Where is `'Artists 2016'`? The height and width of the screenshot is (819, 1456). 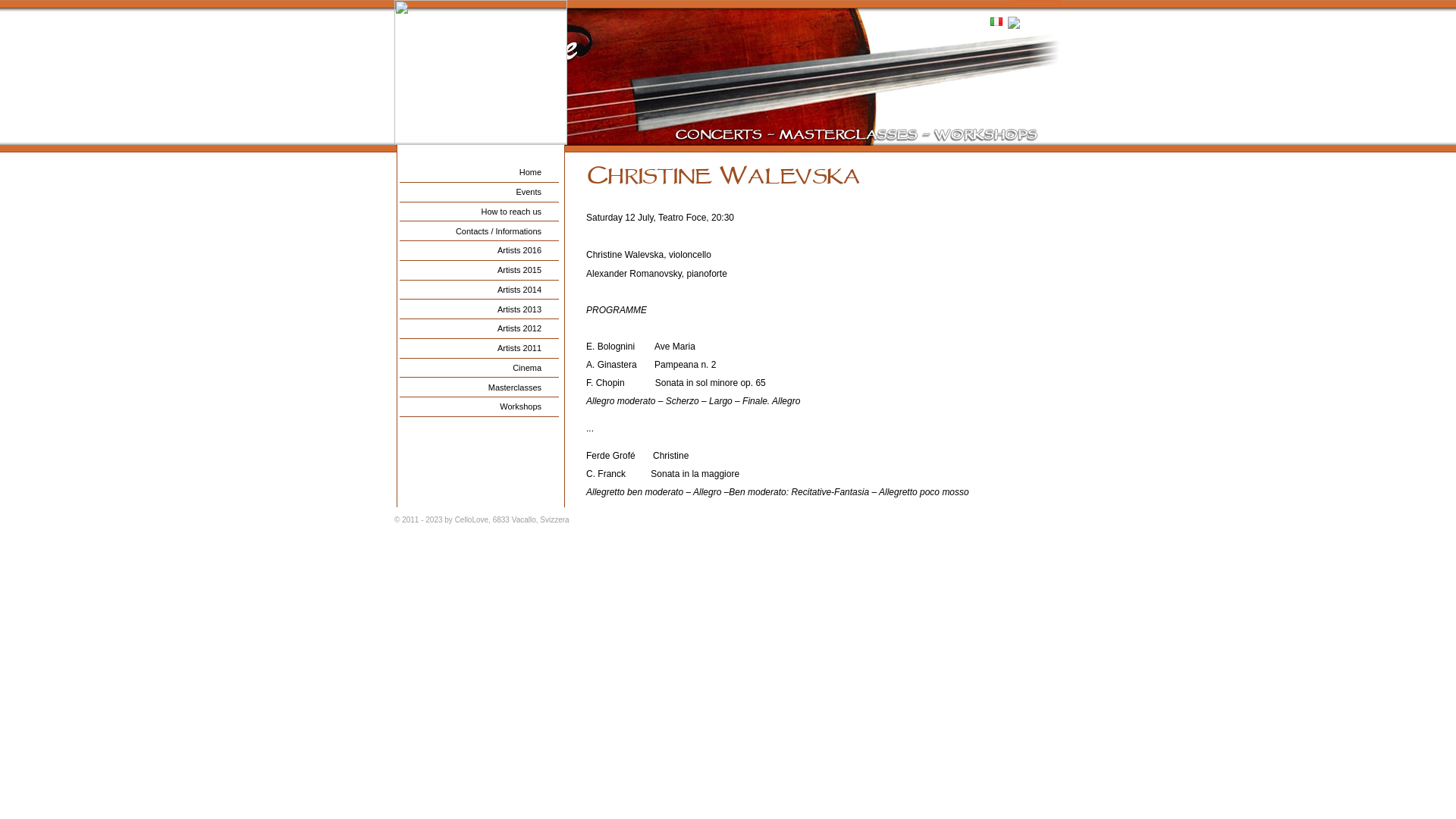 'Artists 2016' is located at coordinates (479, 250).